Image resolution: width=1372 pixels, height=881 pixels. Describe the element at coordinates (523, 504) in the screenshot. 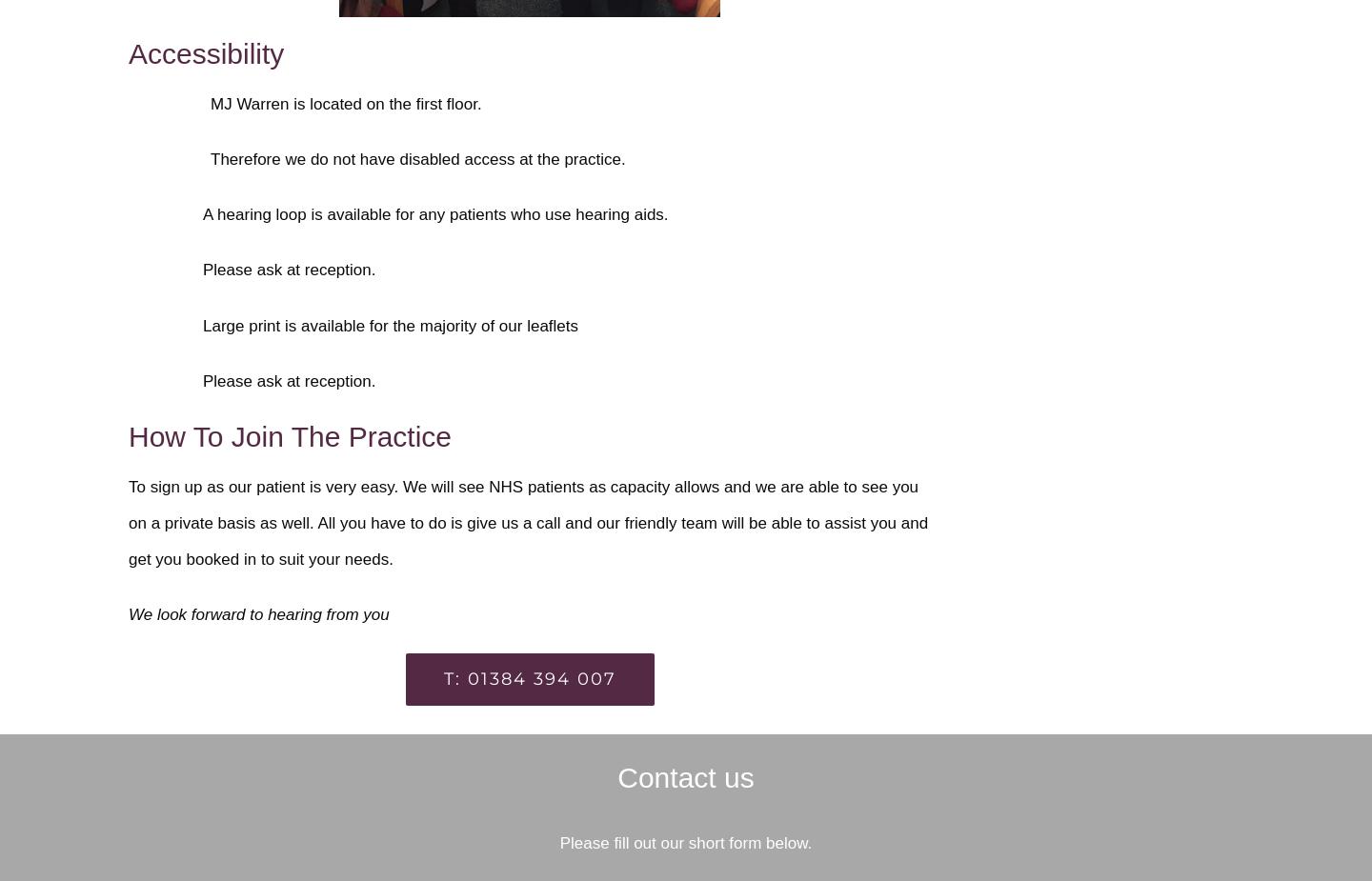

I see `'as capacity allows and we are able to see you on a private basis as well. All you have to do is give us a call and our'` at that location.